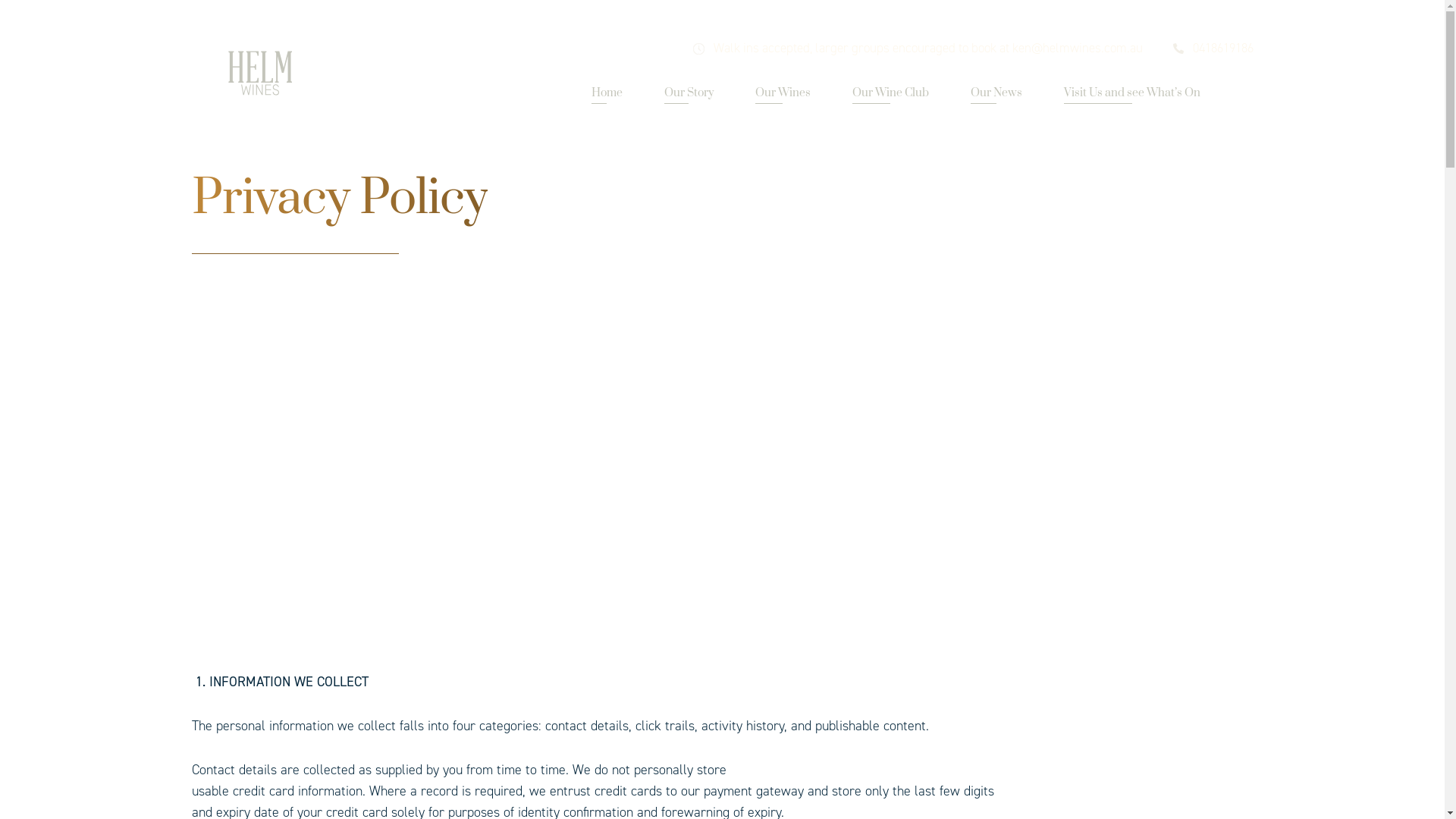  Describe the element at coordinates (688, 93) in the screenshot. I see `'Our Story'` at that location.